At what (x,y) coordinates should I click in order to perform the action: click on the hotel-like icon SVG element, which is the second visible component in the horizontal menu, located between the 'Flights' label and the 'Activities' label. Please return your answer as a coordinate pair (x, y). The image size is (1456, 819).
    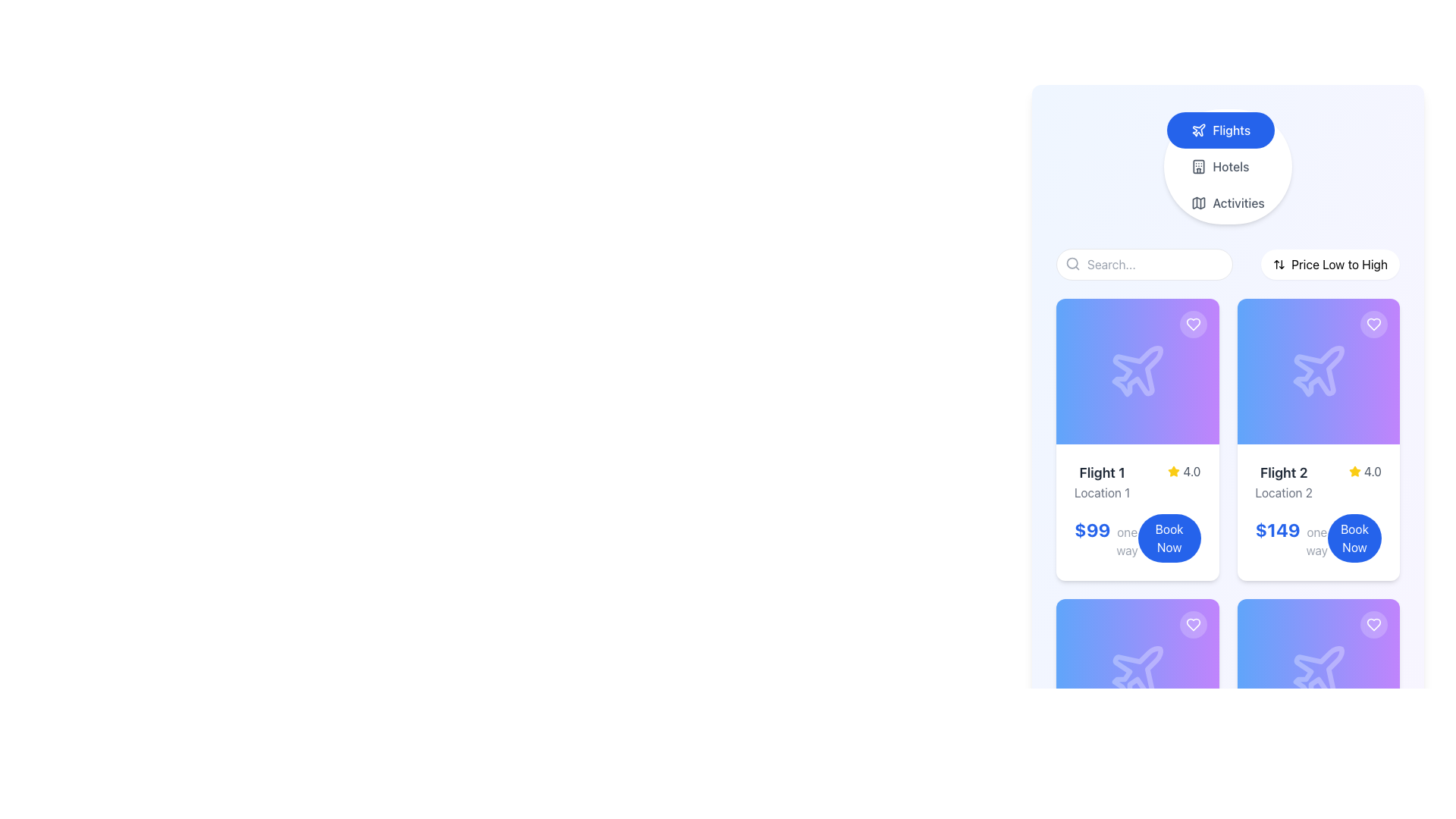
    Looking at the image, I should click on (1198, 166).